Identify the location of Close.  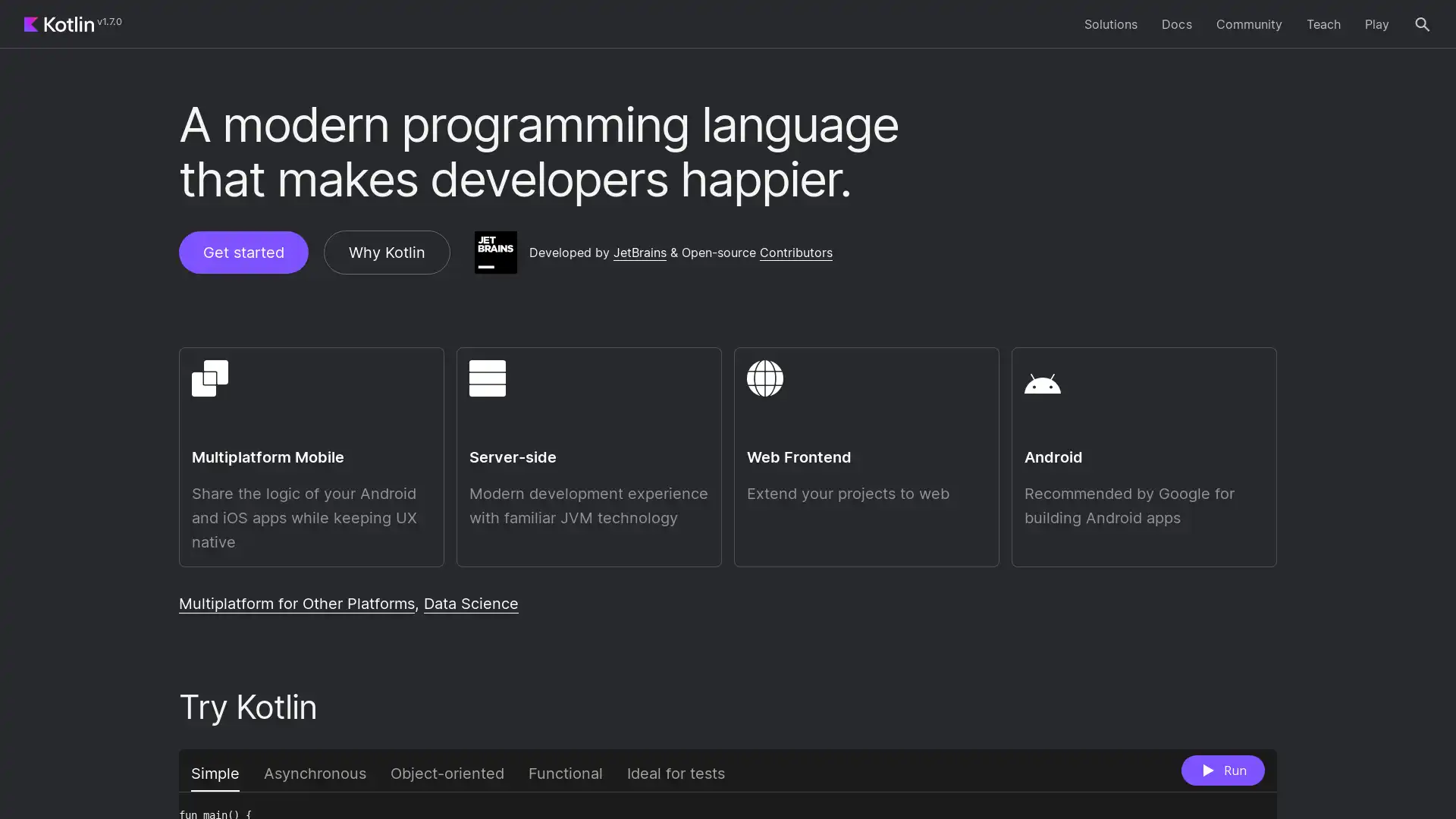
(1437, 14).